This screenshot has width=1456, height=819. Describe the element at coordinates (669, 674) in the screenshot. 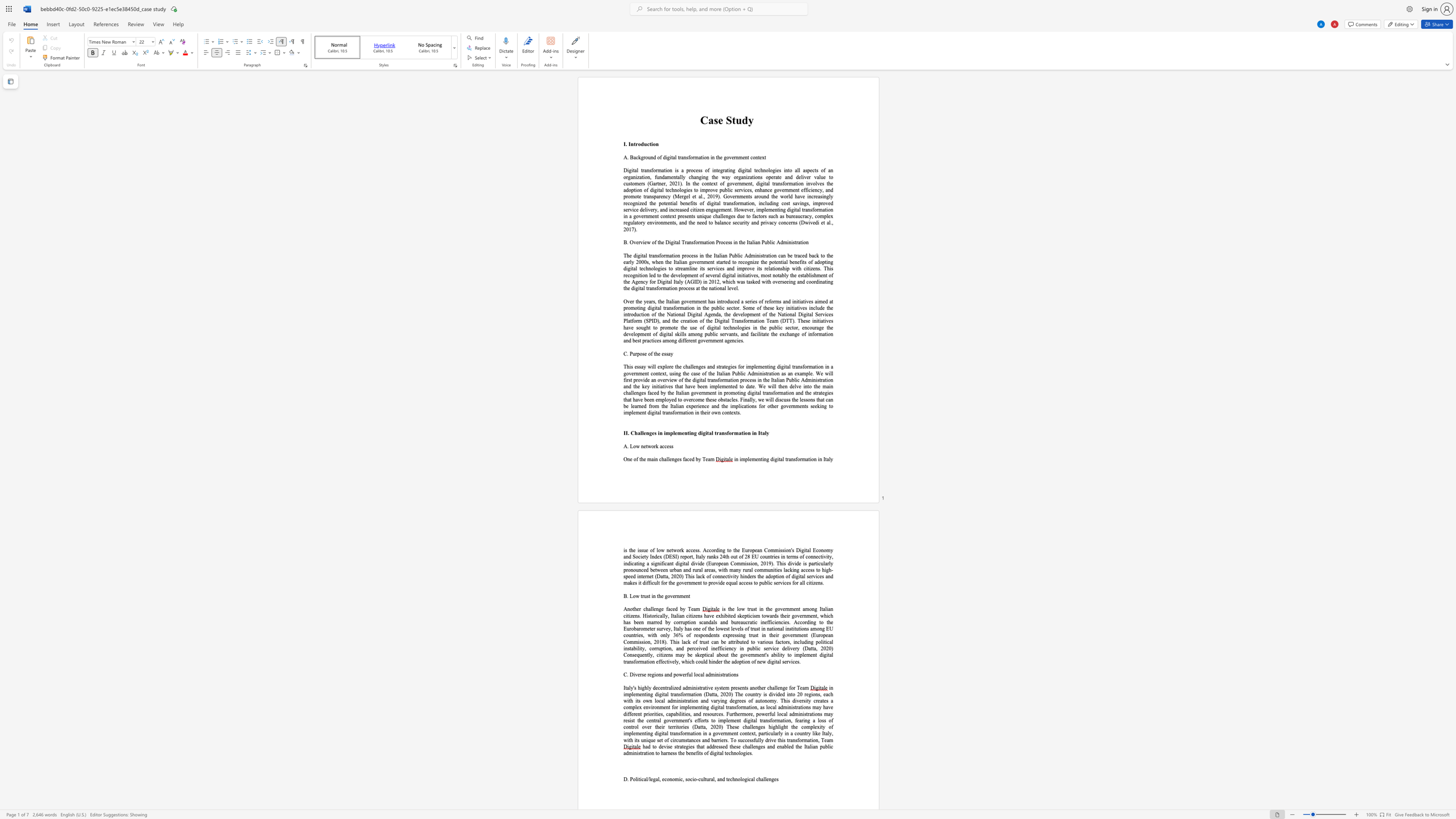

I see `the subset text "d powerful local admini" within the text "C. Diverse regions and powerful local administrations"` at that location.